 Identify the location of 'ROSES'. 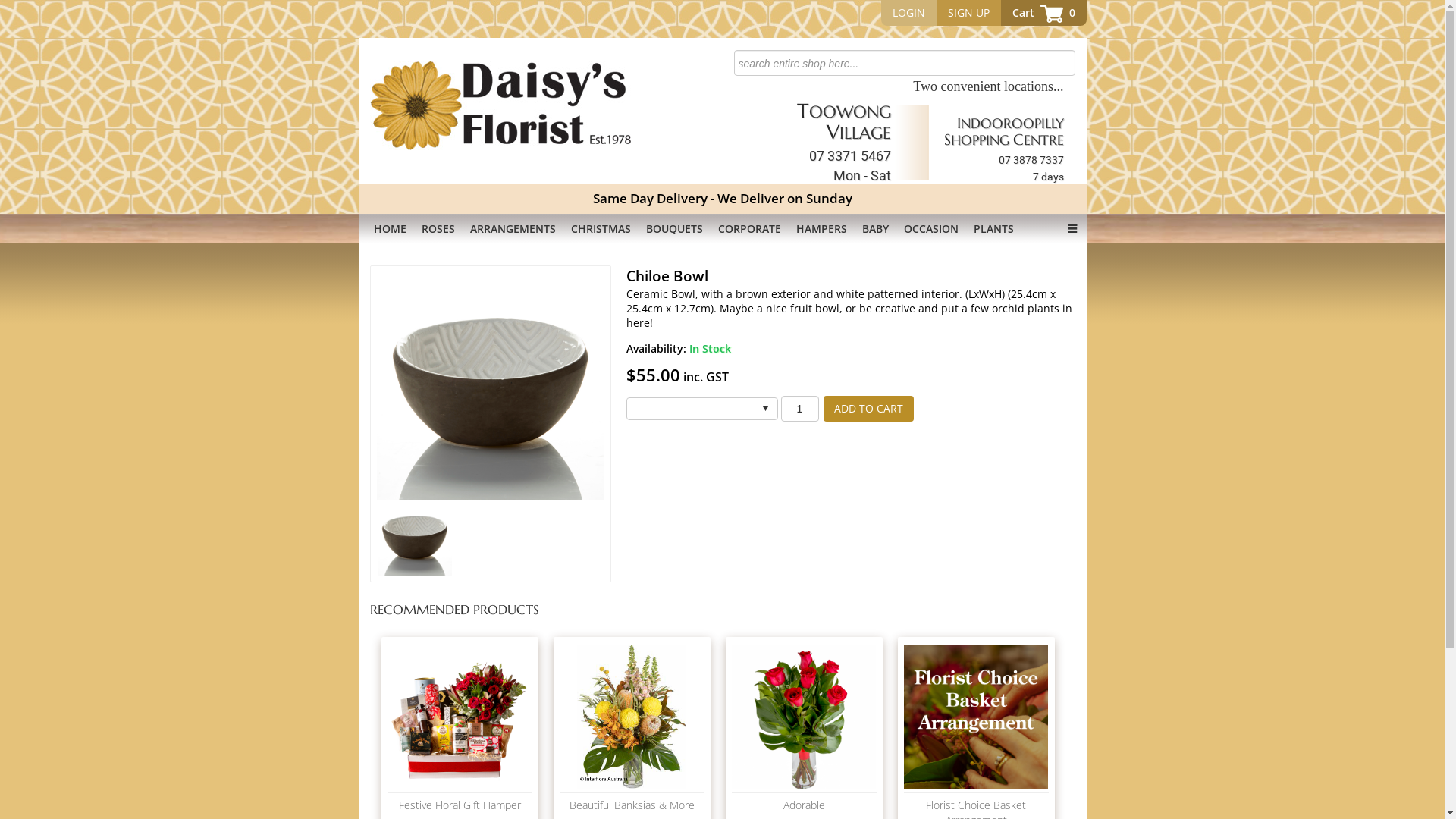
(414, 228).